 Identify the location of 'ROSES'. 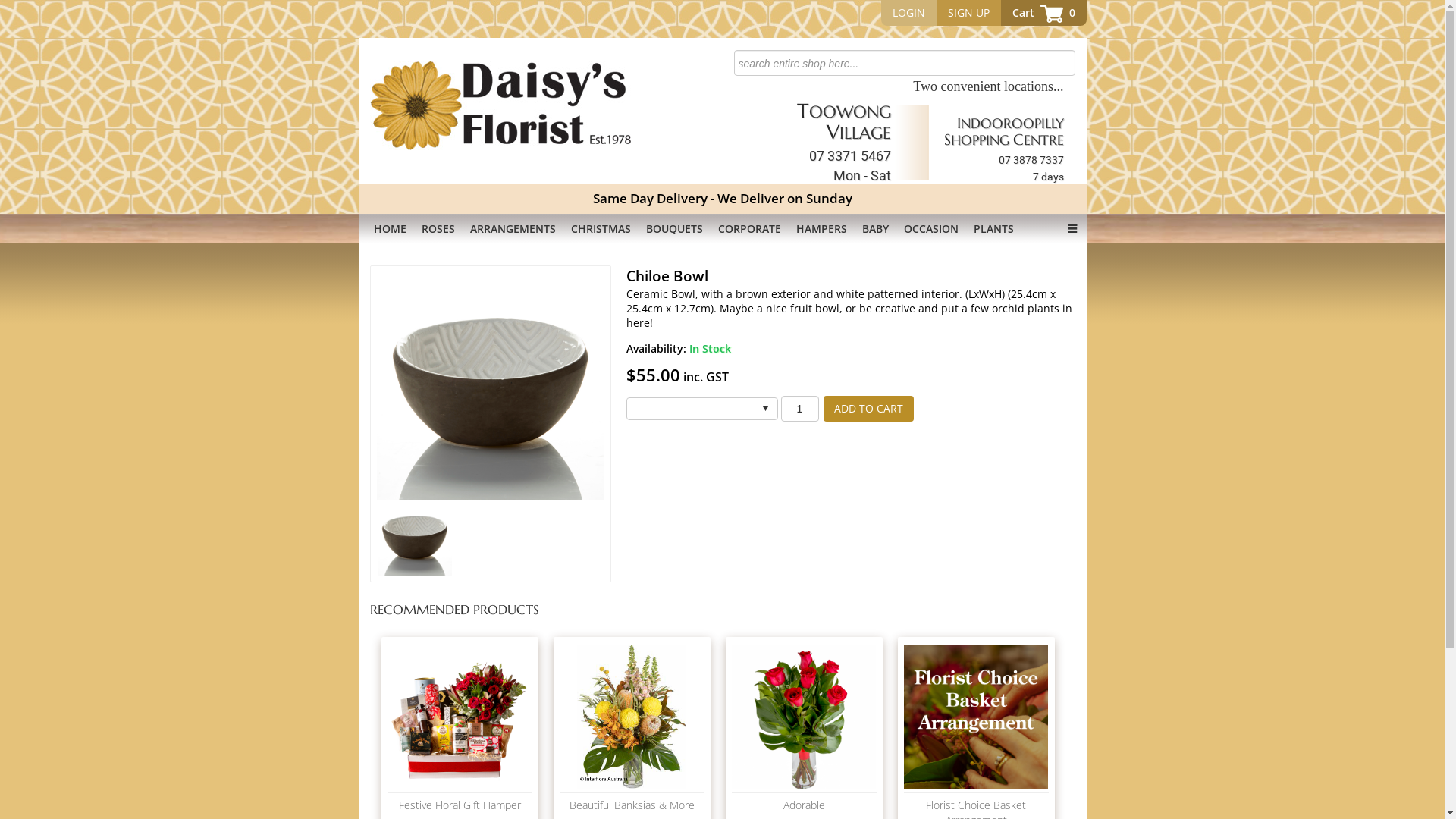
(414, 228).